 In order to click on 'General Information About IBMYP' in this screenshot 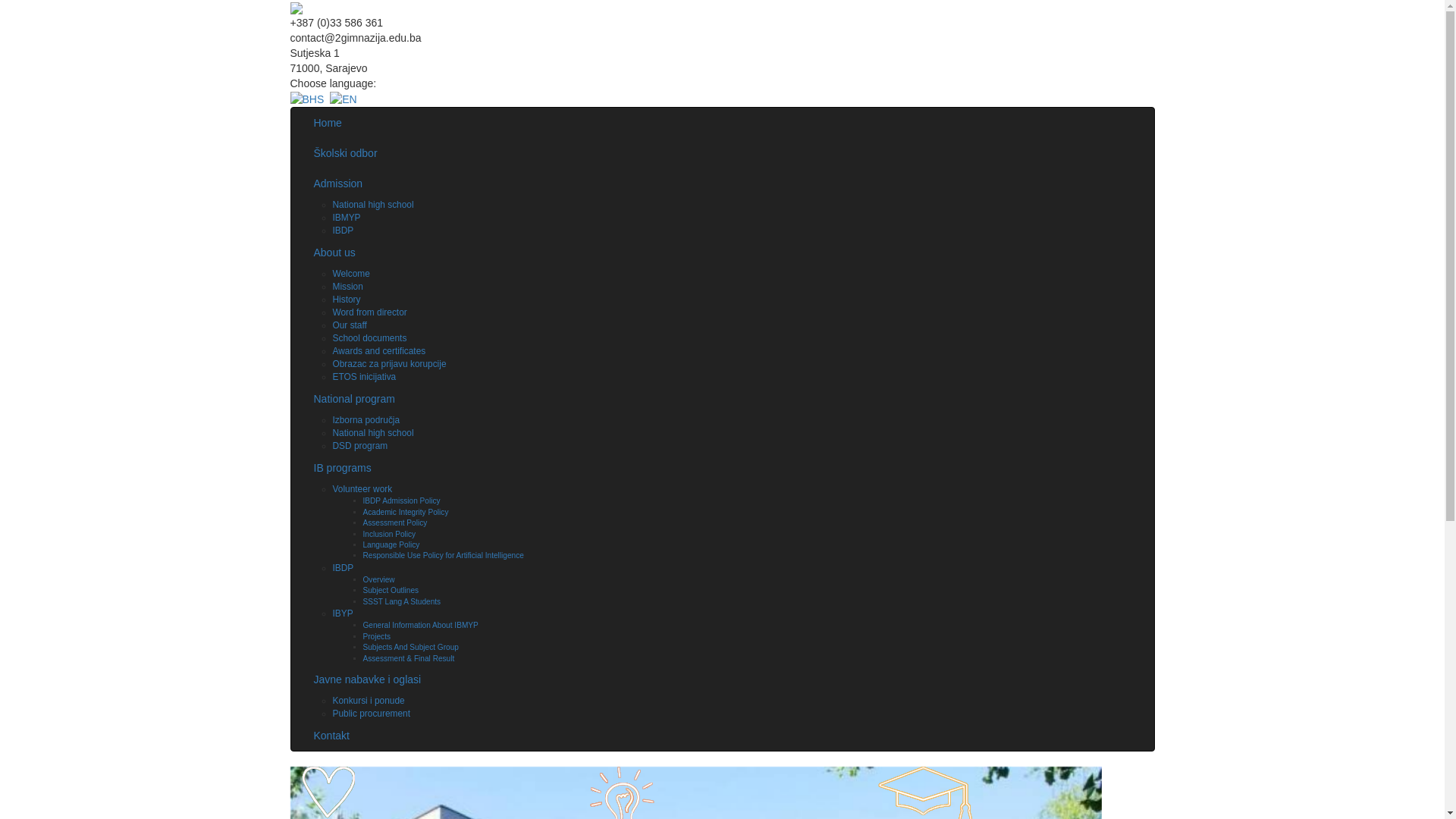, I will do `click(419, 625)`.